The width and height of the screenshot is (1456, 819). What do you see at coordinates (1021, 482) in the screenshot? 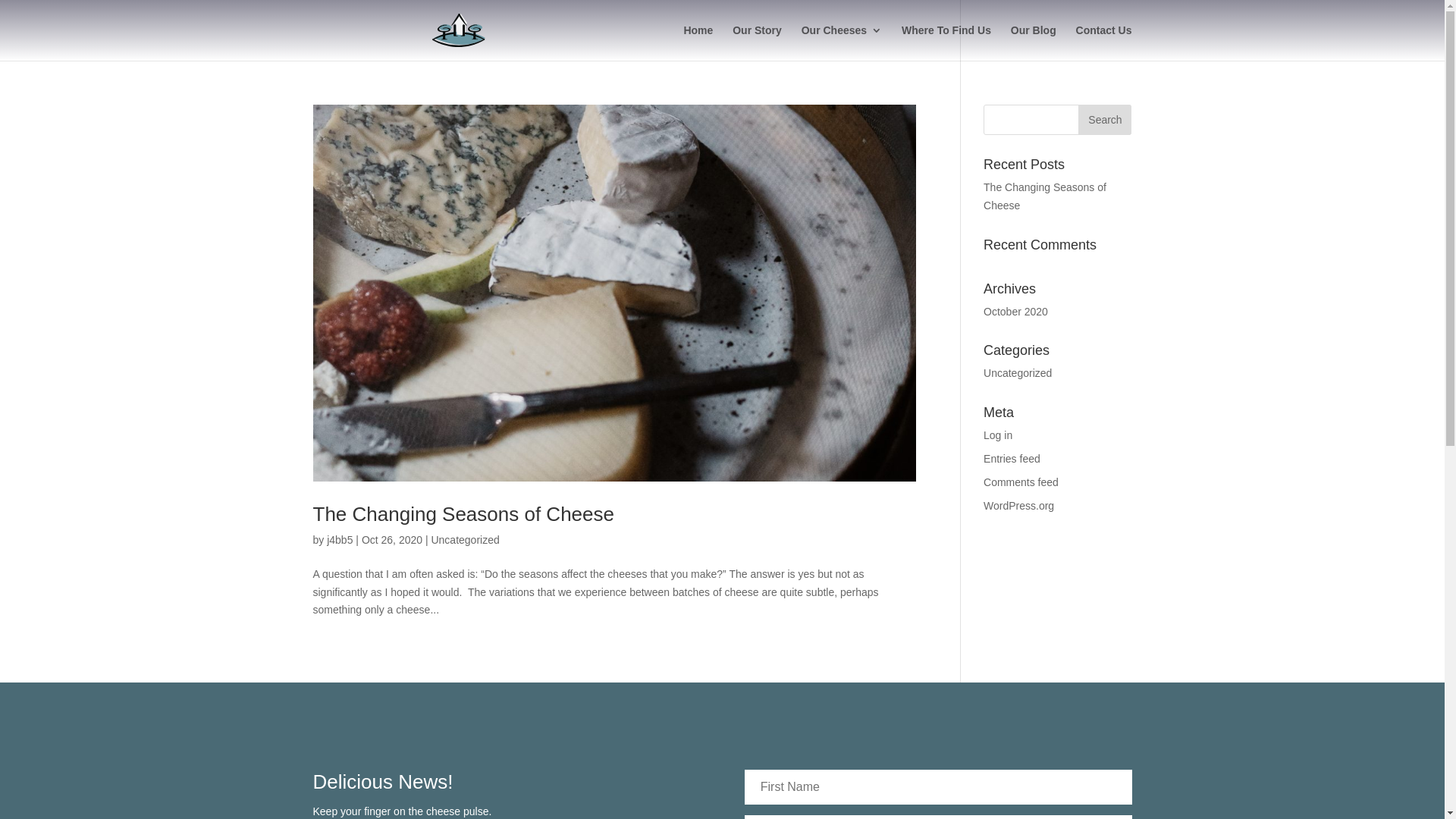
I see `'Comments feed'` at bounding box center [1021, 482].